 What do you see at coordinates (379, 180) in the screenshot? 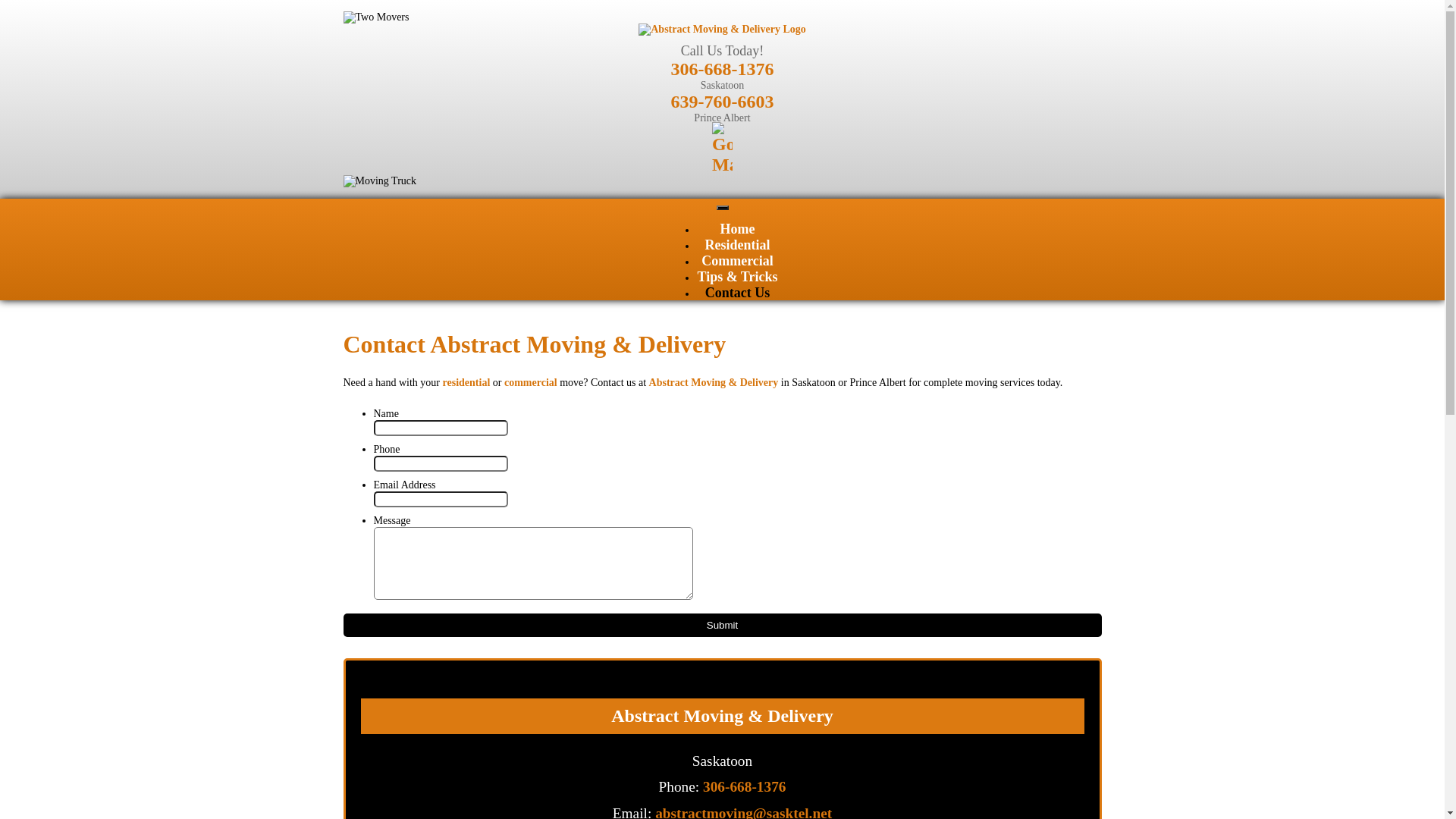
I see `'Moving Truck'` at bounding box center [379, 180].